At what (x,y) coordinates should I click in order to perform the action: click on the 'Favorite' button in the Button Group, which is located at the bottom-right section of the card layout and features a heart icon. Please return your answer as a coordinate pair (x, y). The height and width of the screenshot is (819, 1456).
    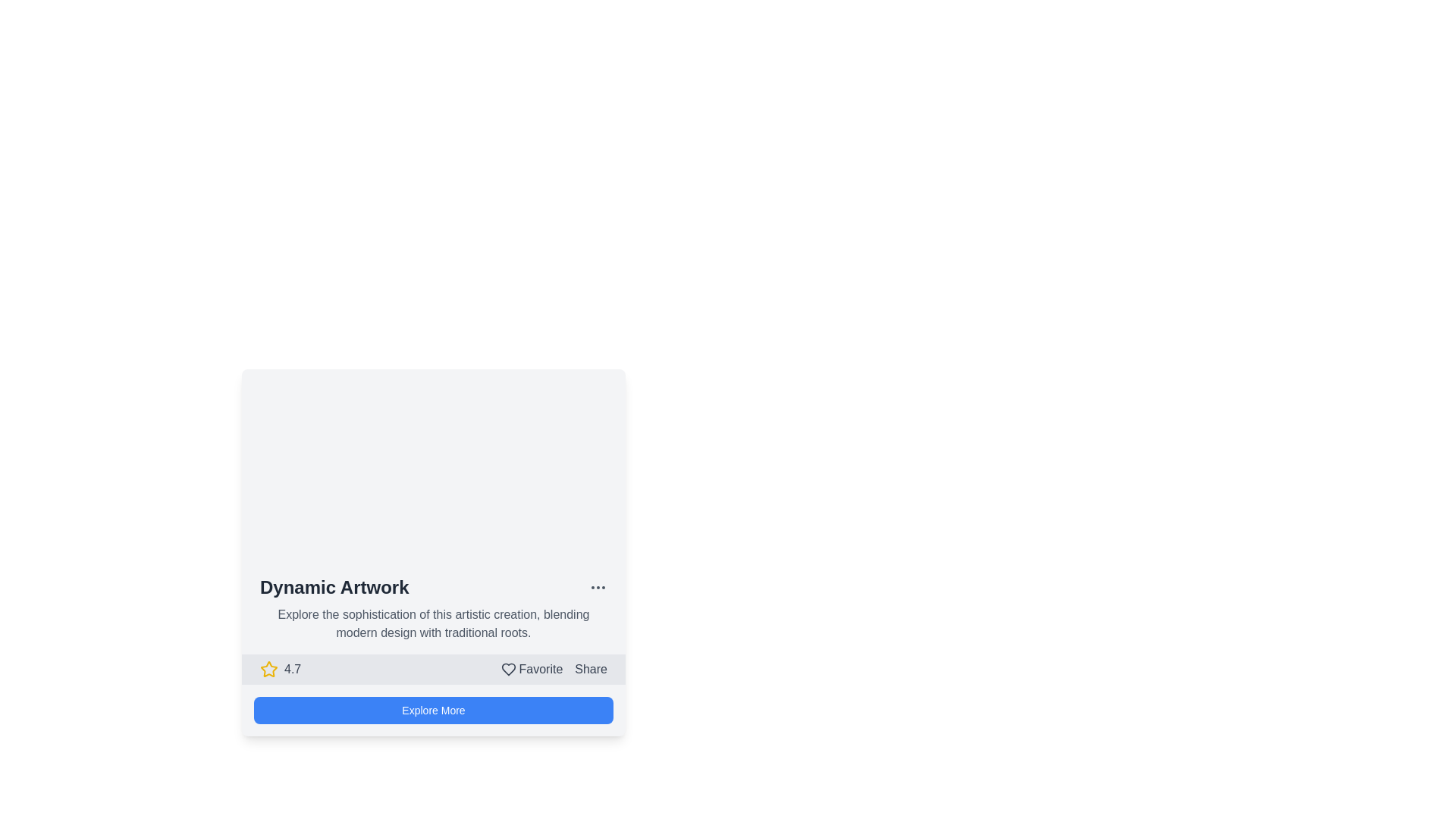
    Looking at the image, I should click on (553, 669).